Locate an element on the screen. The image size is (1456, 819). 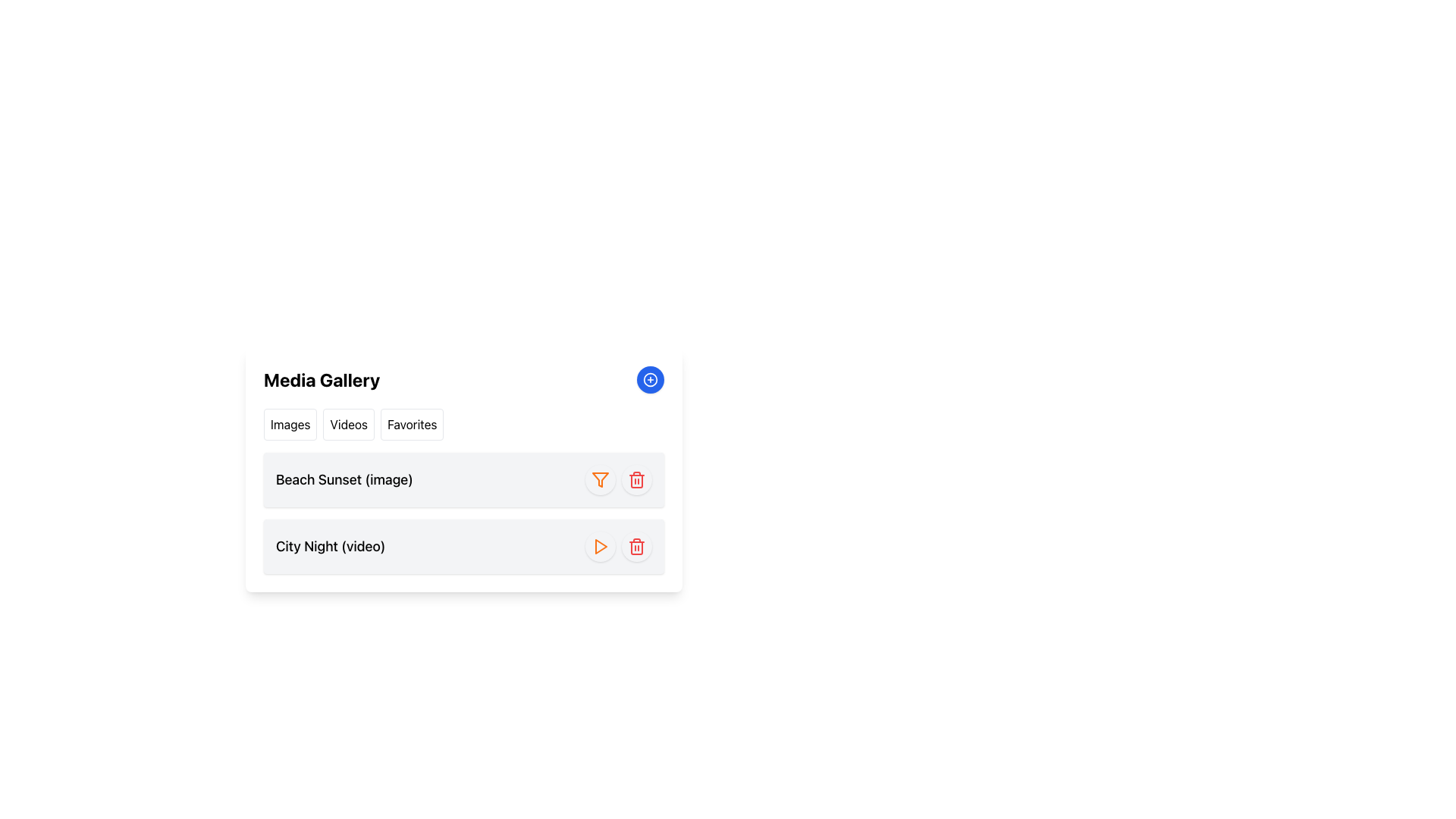
the 'Images' button, the first button is located at coordinates (290, 424).